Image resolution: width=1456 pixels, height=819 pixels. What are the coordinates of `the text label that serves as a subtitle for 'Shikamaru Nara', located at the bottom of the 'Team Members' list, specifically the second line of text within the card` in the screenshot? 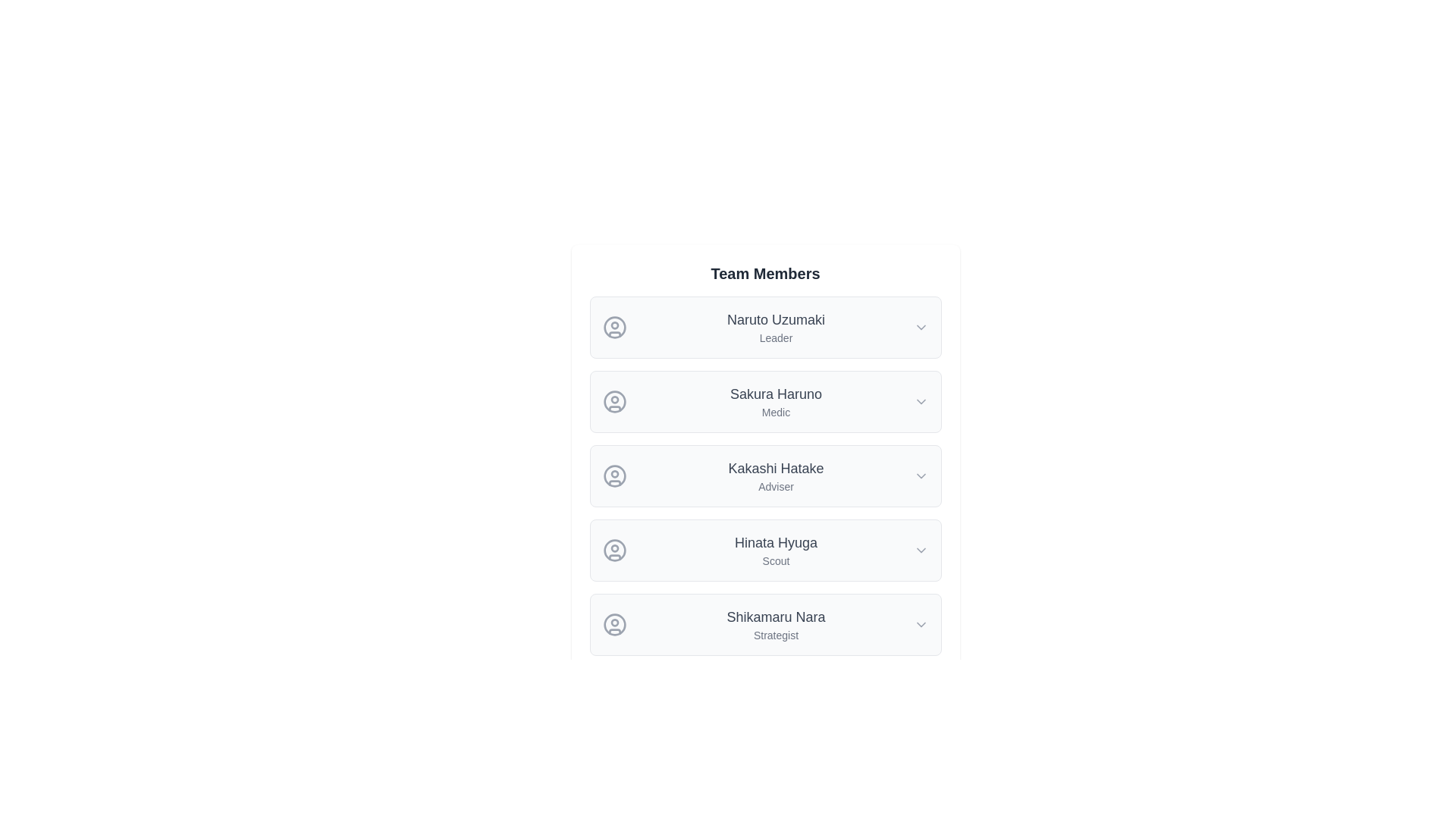 It's located at (776, 635).